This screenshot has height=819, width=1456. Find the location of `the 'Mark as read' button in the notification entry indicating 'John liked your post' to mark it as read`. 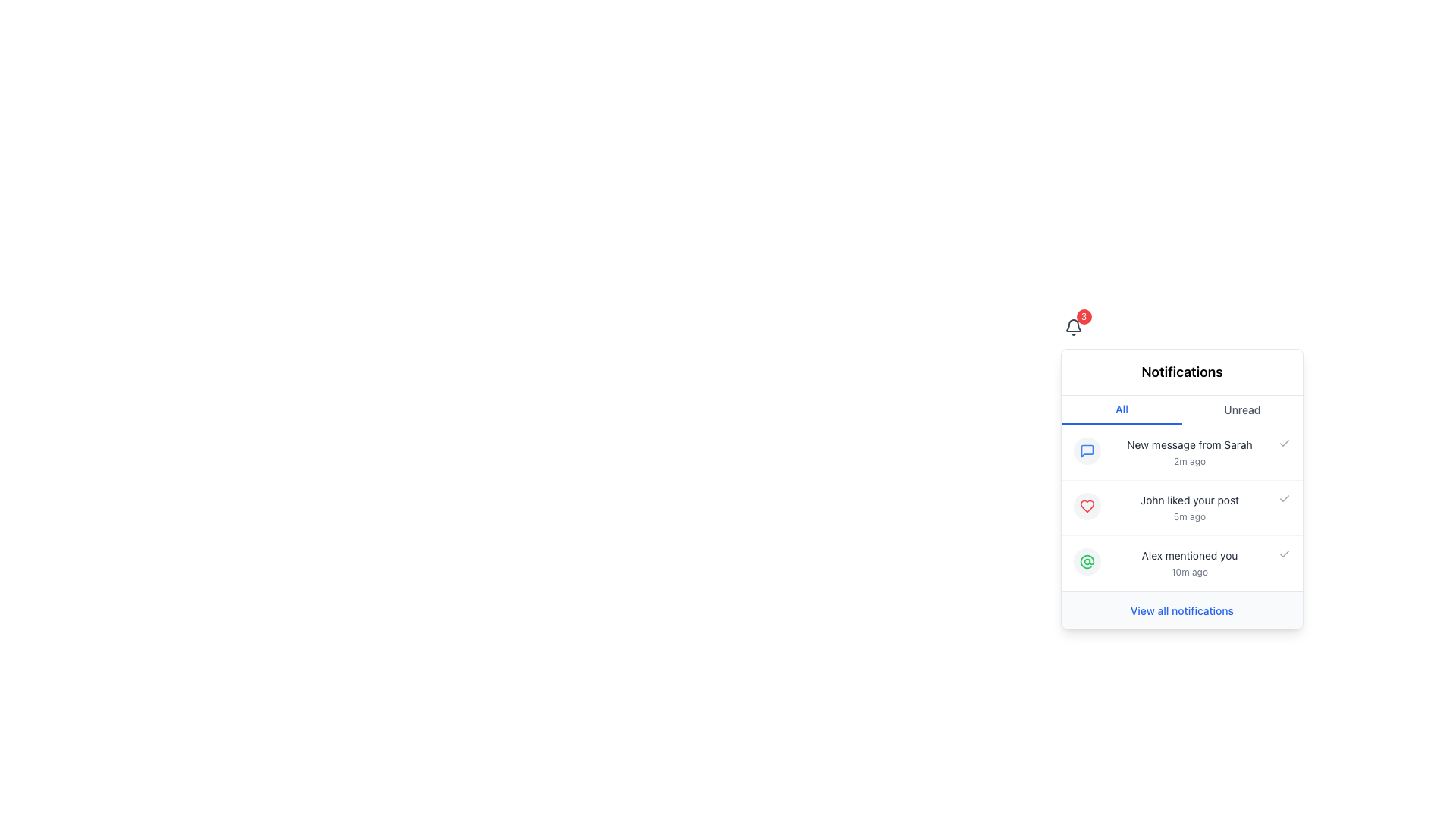

the 'Mark as read' button in the notification entry indicating 'John liked your post' to mark it as read is located at coordinates (1181, 508).